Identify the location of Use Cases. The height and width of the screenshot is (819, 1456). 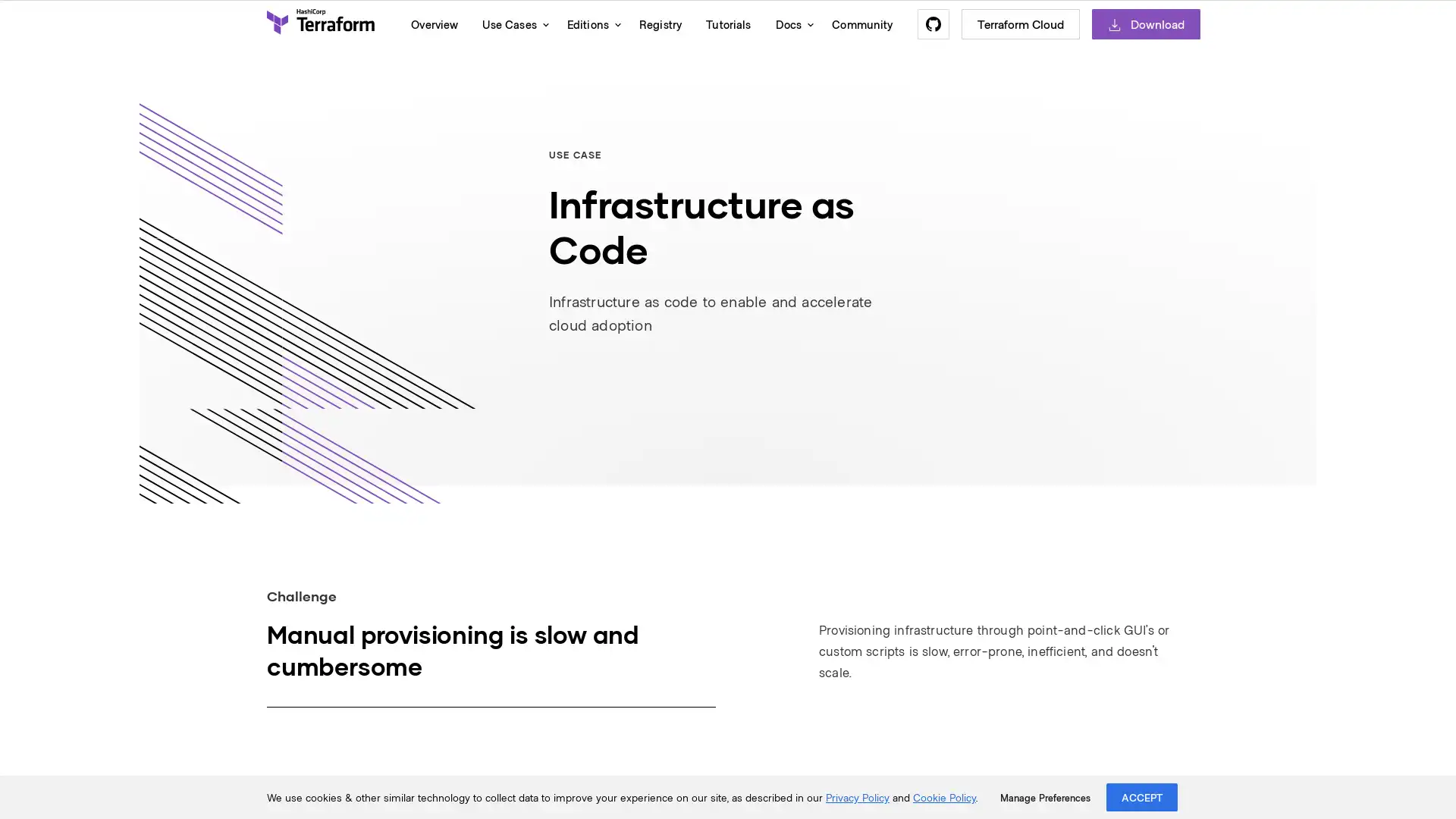
(512, 24).